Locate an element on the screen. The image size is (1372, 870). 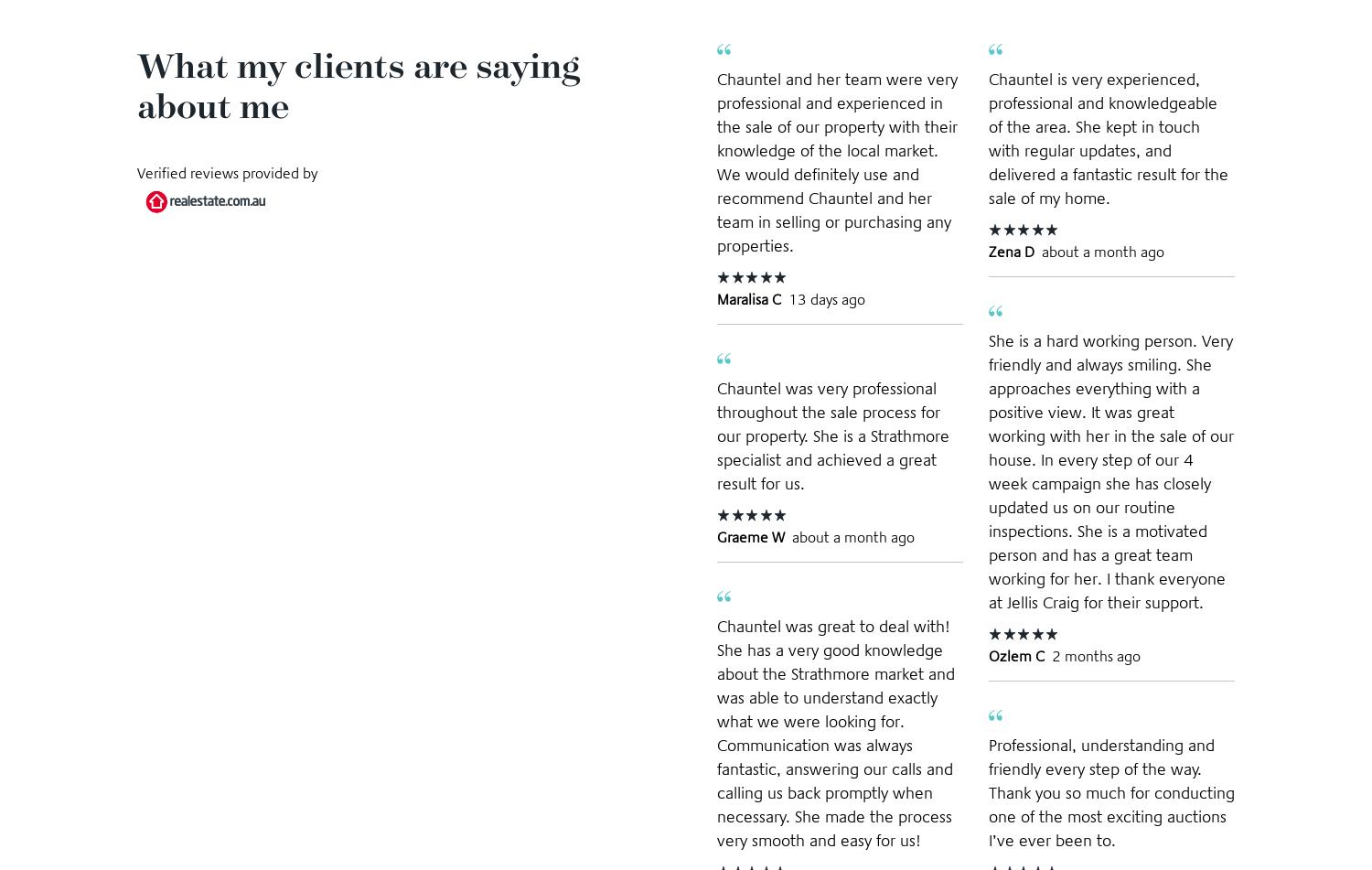
'Professional, understanding and friendly every step of the way. 
Thank you so much for conducting one of the most exciting auctions I’ve ever been to.' is located at coordinates (1110, 790).